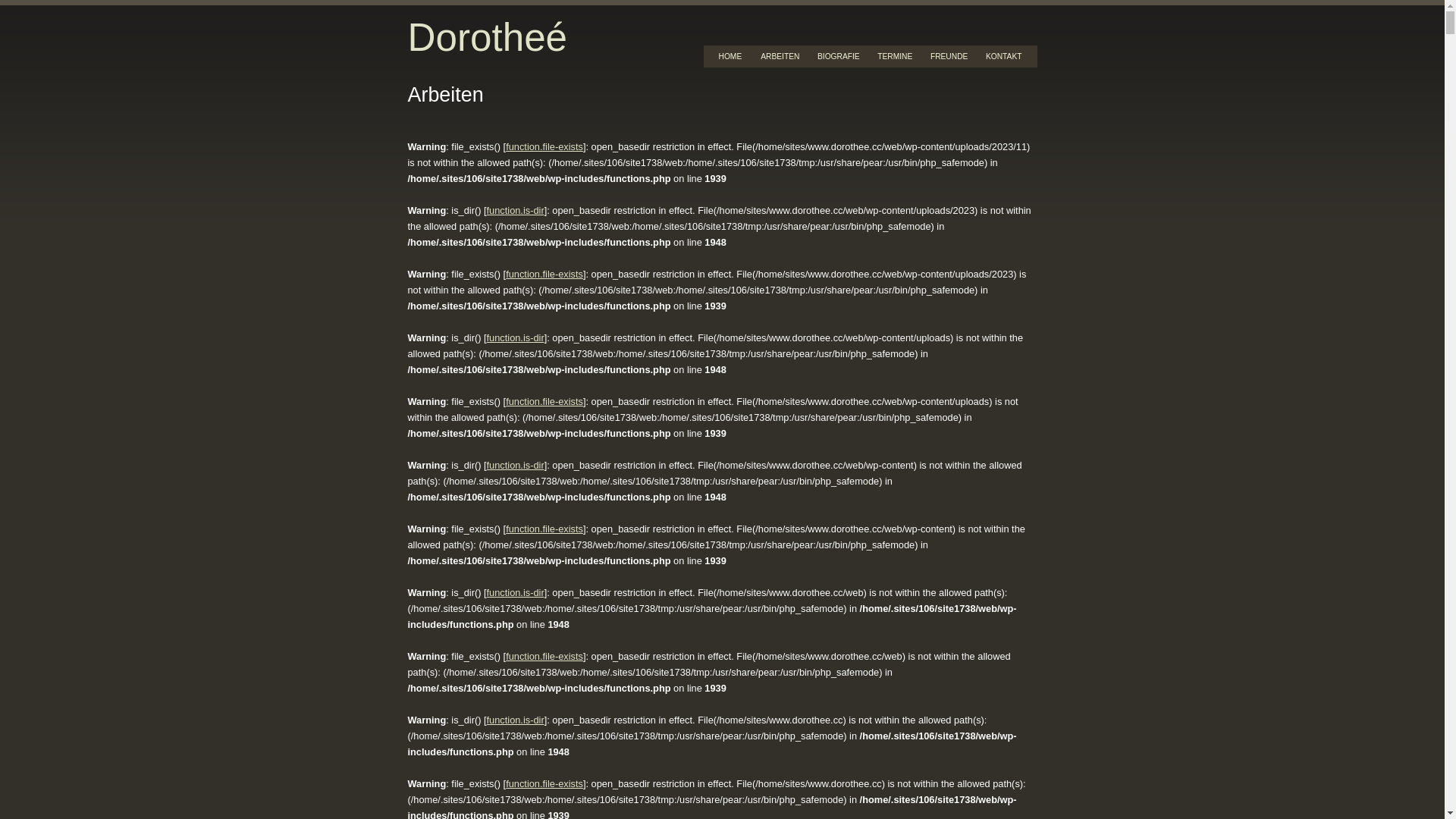  Describe the element at coordinates (837, 55) in the screenshot. I see `'BIOGRAFIE'` at that location.